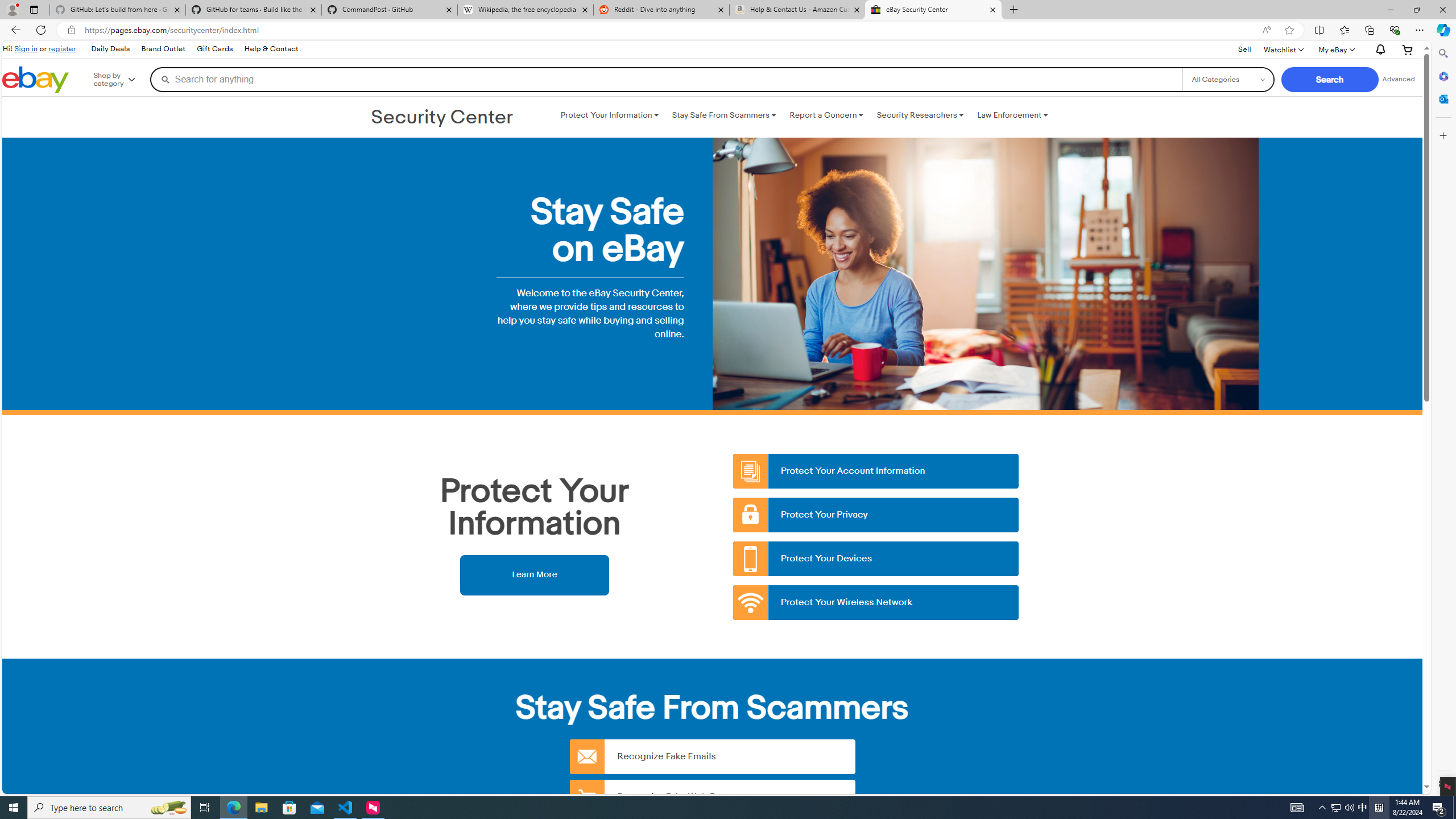  I want to click on 'Your shopping cart', so click(1407, 49).